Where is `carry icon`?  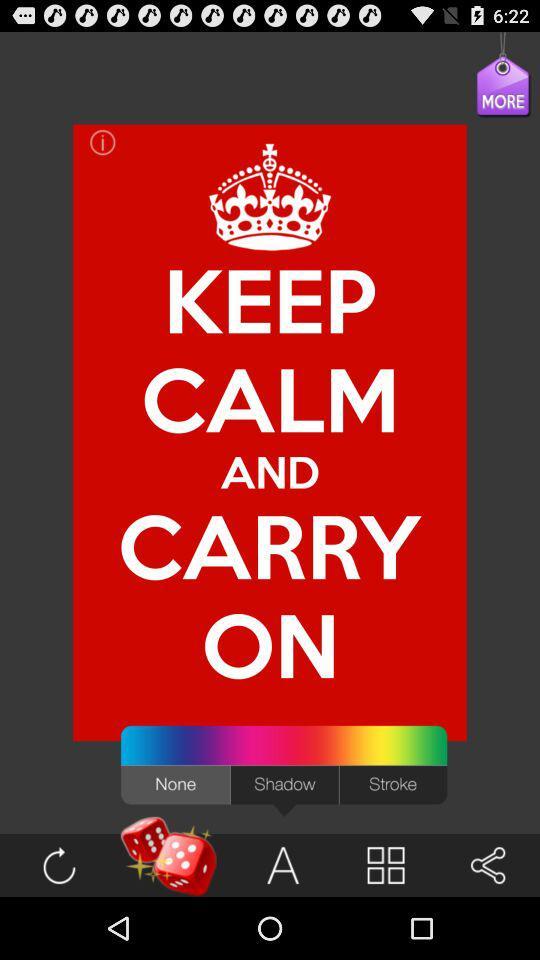 carry icon is located at coordinates (270, 546).